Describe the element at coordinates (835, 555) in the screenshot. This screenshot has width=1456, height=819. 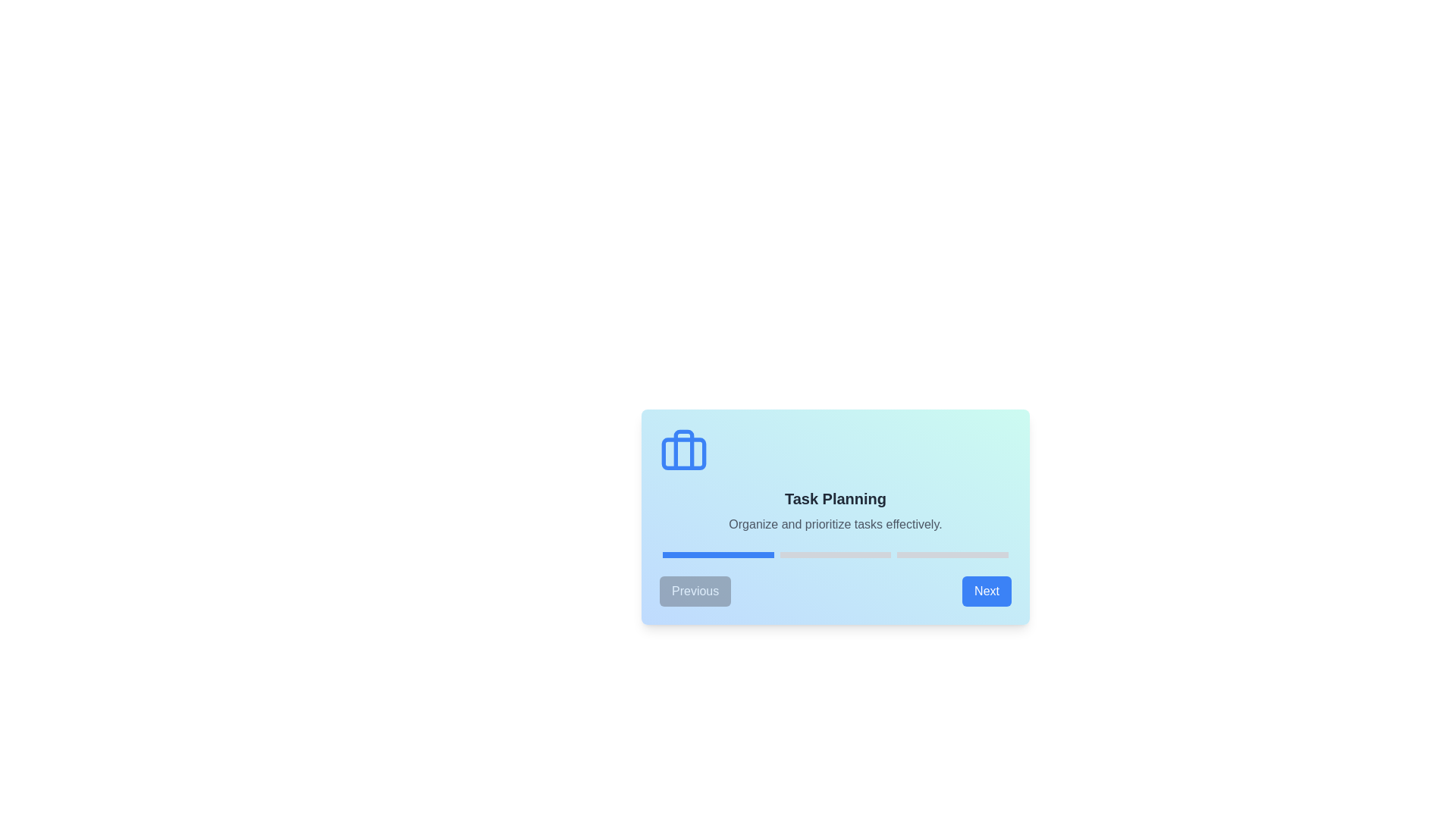
I see `the progress bar to view its details` at that location.